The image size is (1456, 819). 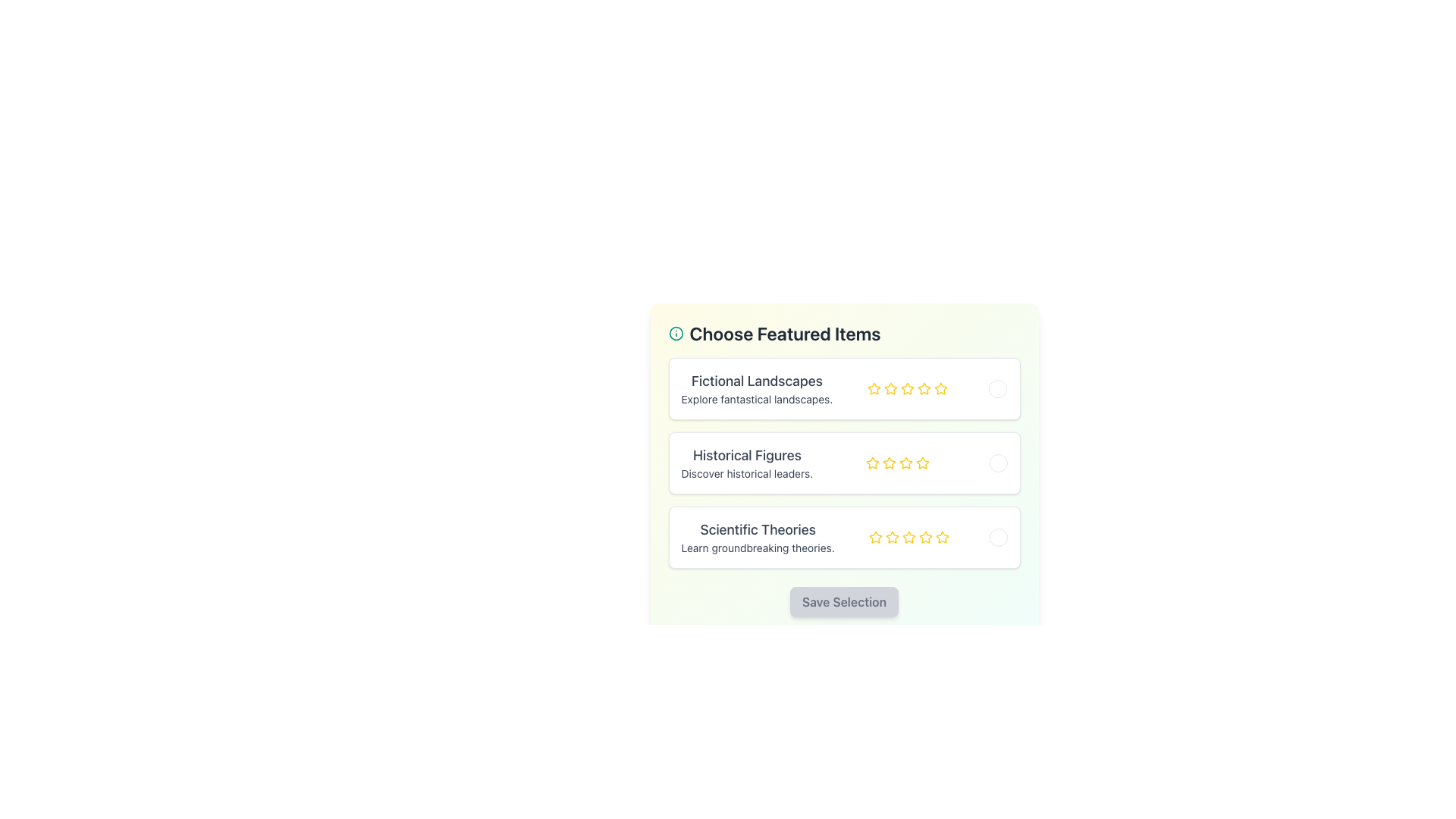 What do you see at coordinates (675, 332) in the screenshot?
I see `the circular icon with a teal outline and symbol, located to the left of the 'Choose Featured Items' header text` at bounding box center [675, 332].